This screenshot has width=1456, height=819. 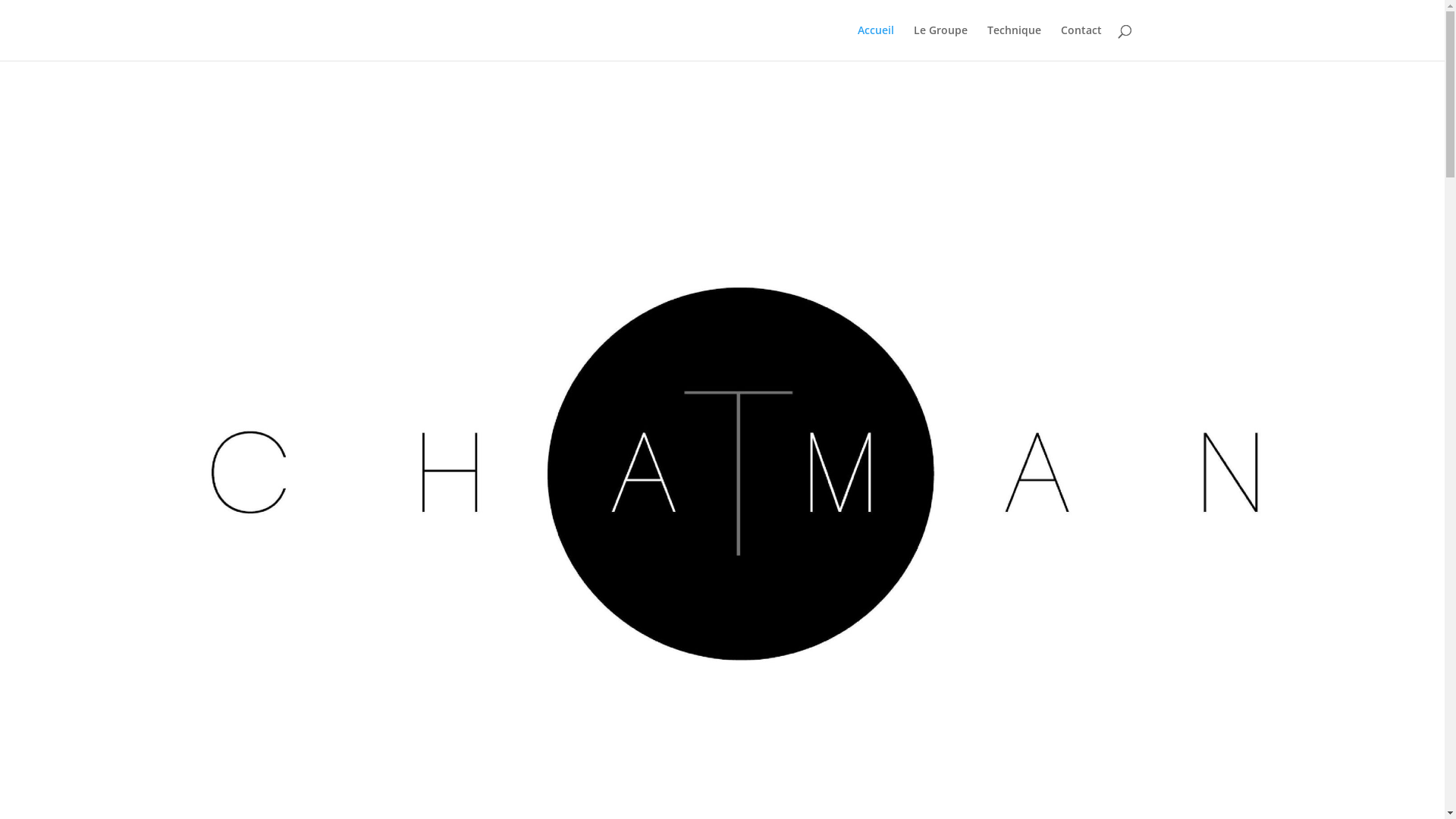 What do you see at coordinates (939, 42) in the screenshot?
I see `'Le Groupe'` at bounding box center [939, 42].